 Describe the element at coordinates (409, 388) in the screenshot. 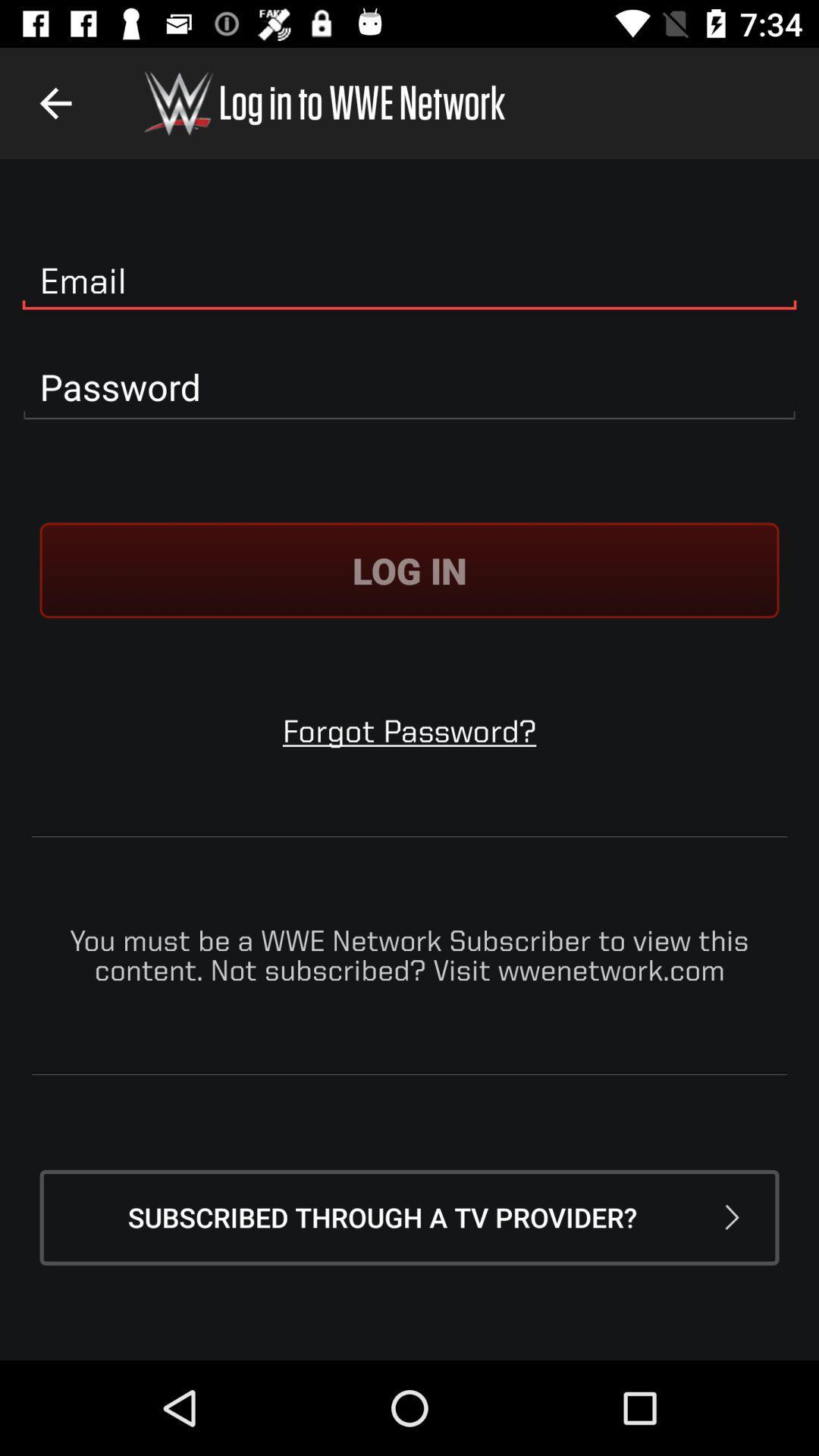

I see `password` at that location.